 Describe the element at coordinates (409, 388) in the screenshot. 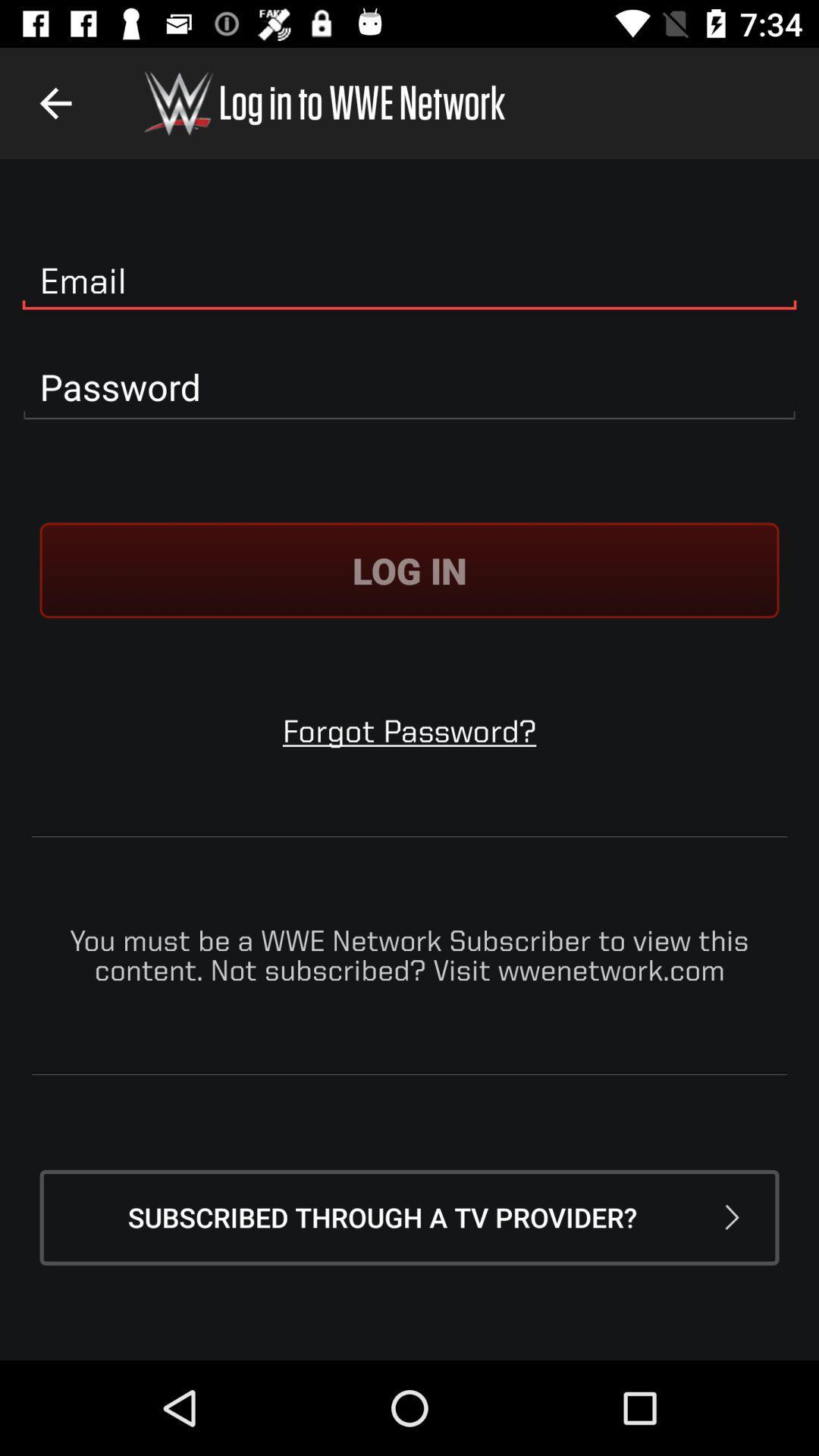

I see `password` at that location.